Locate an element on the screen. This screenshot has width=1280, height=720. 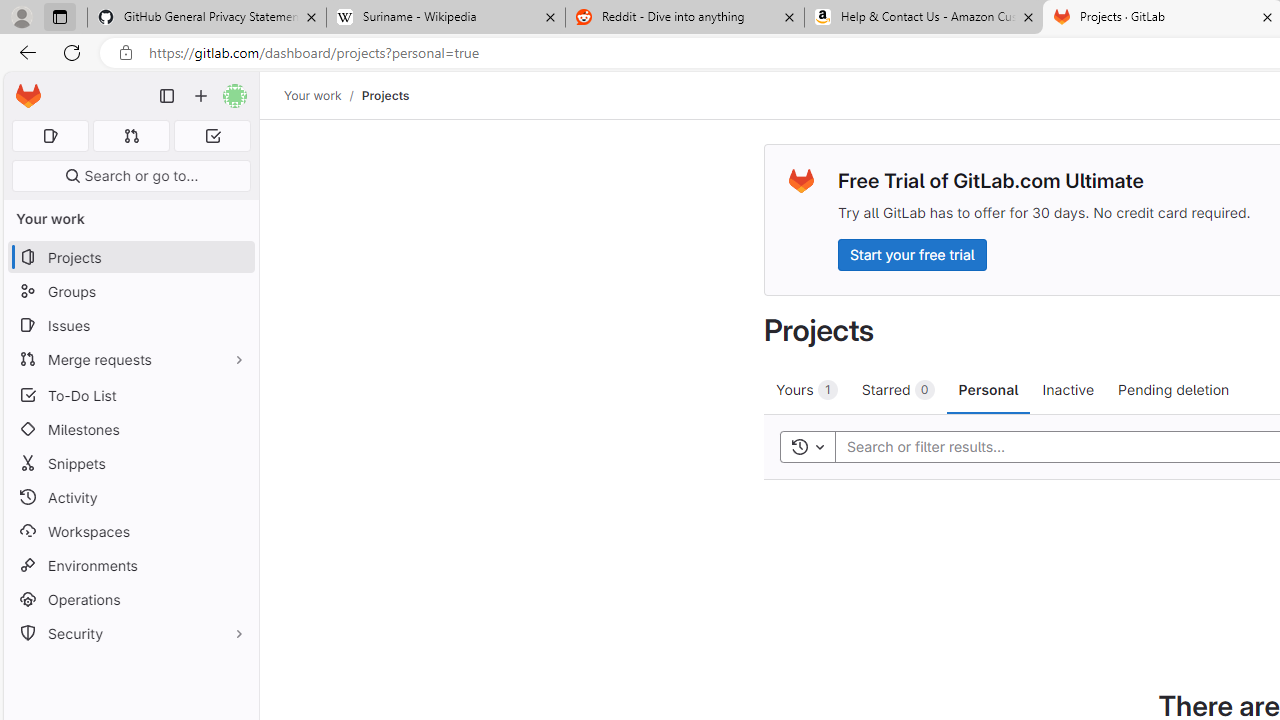
'Activity' is located at coordinates (130, 496).